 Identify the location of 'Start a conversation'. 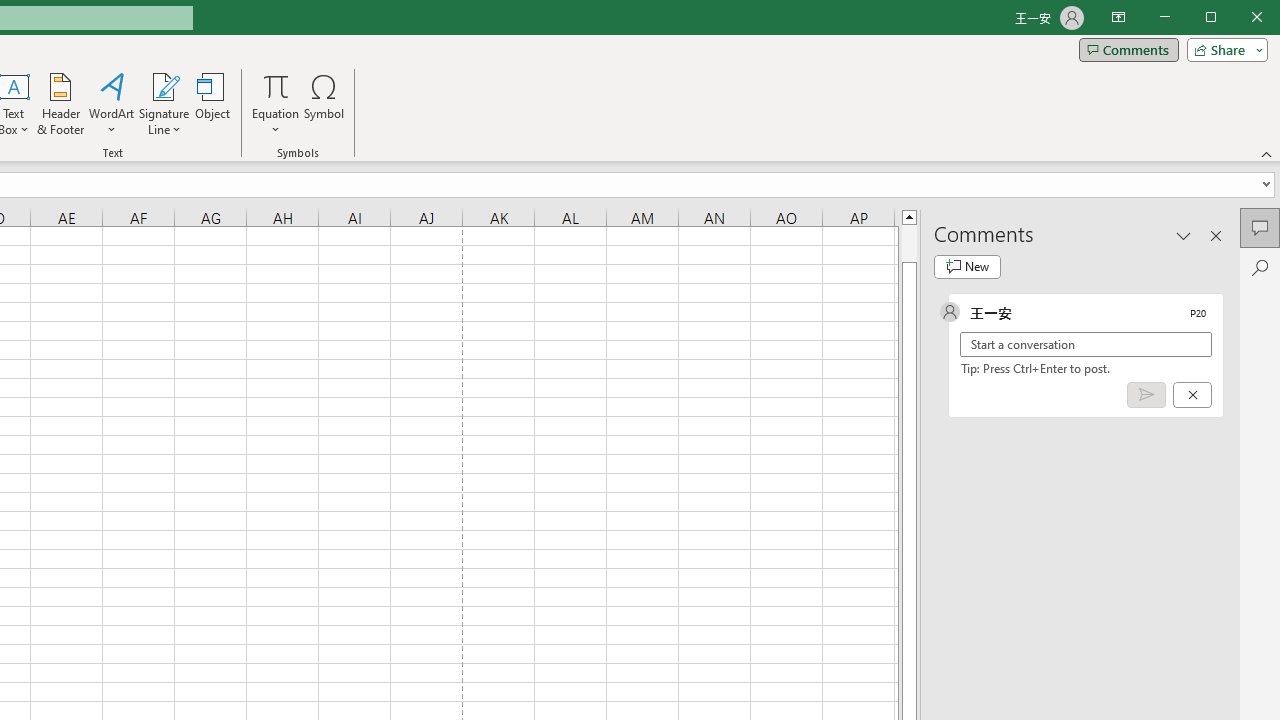
(1085, 343).